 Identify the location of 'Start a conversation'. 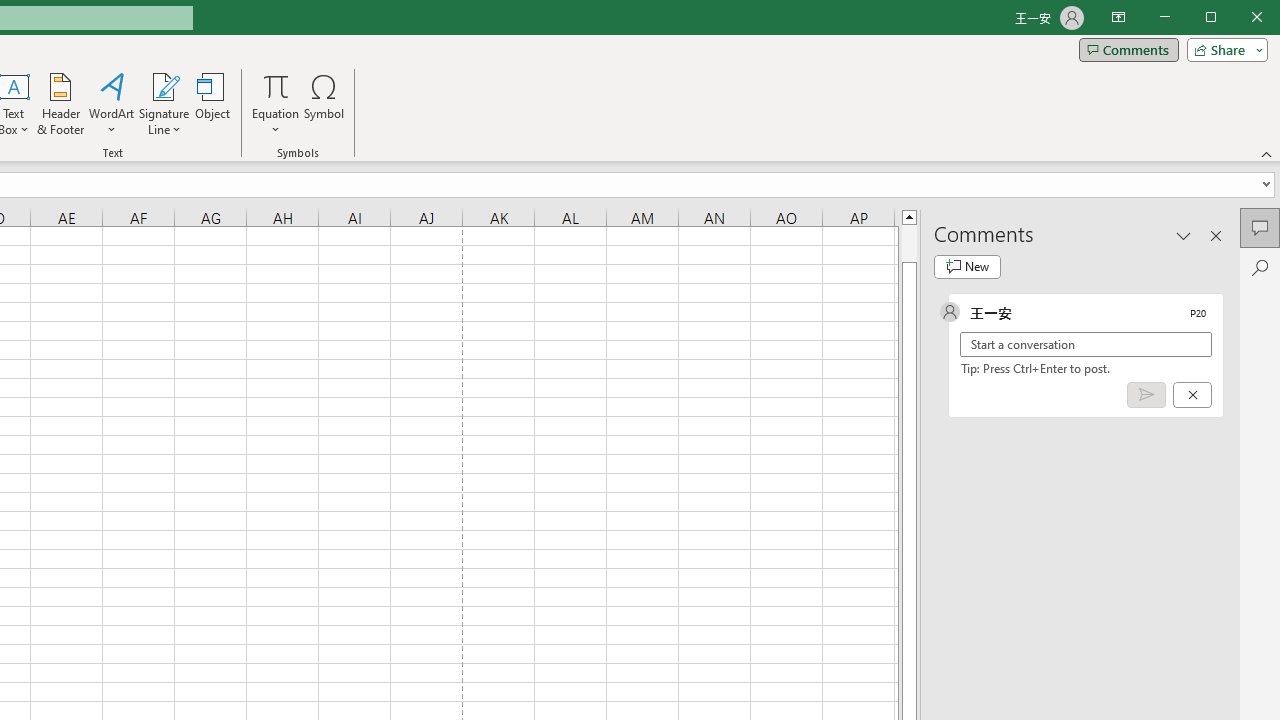
(1085, 343).